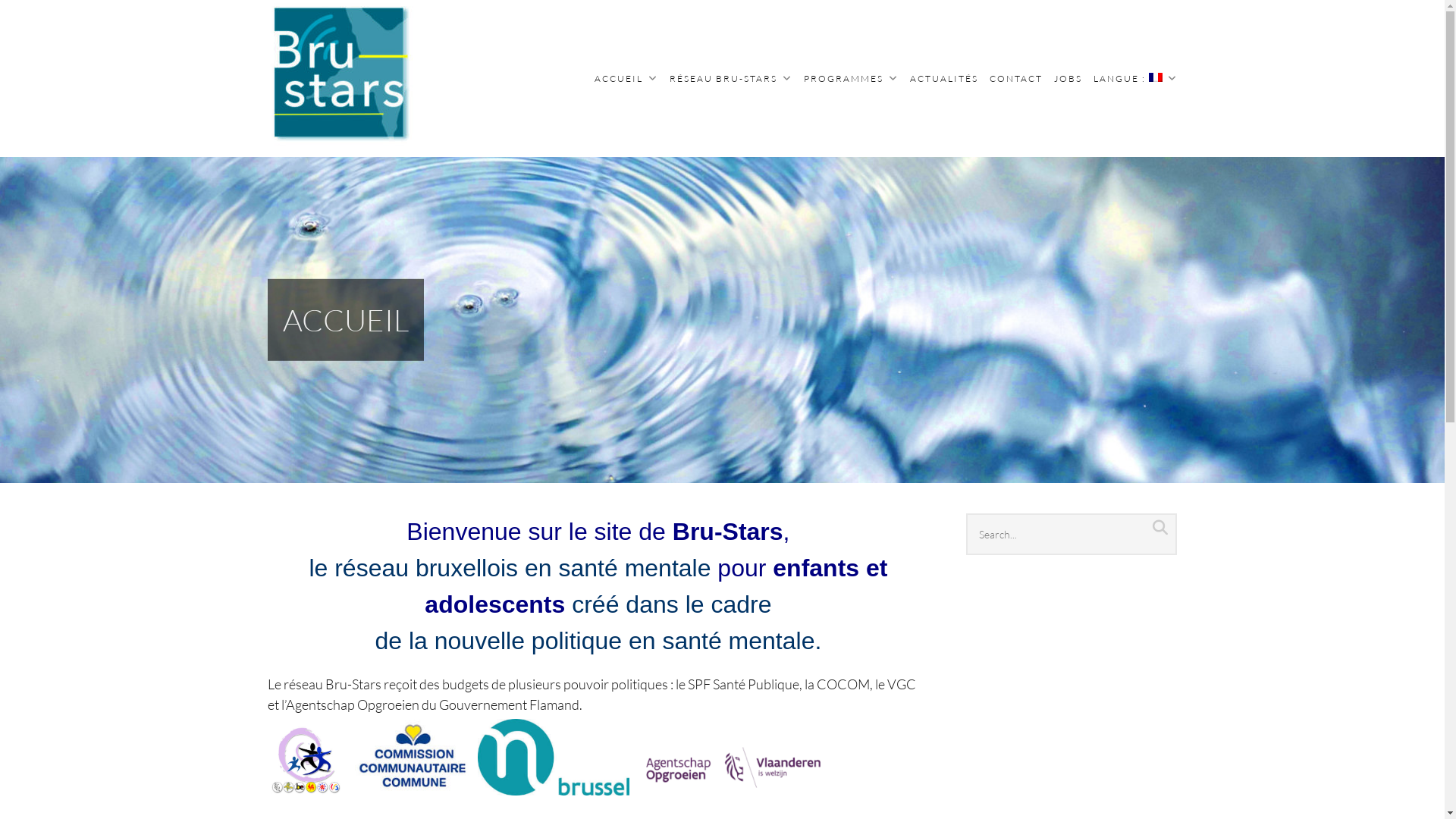 The image size is (1456, 819). Describe the element at coordinates (851, 78) in the screenshot. I see `'PROGRAMMES'` at that location.